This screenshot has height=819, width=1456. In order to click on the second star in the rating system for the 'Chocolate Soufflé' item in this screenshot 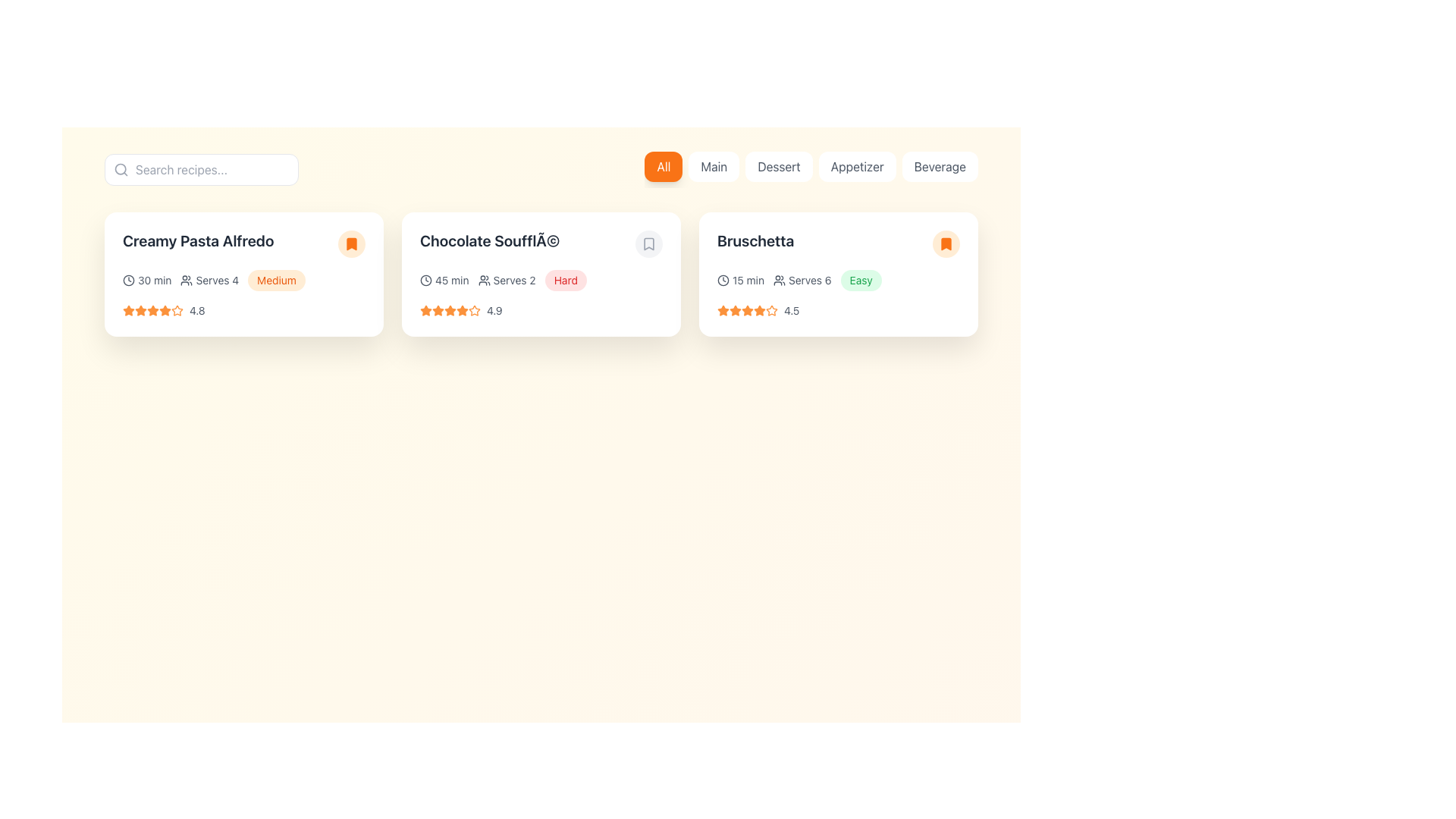, I will do `click(437, 309)`.